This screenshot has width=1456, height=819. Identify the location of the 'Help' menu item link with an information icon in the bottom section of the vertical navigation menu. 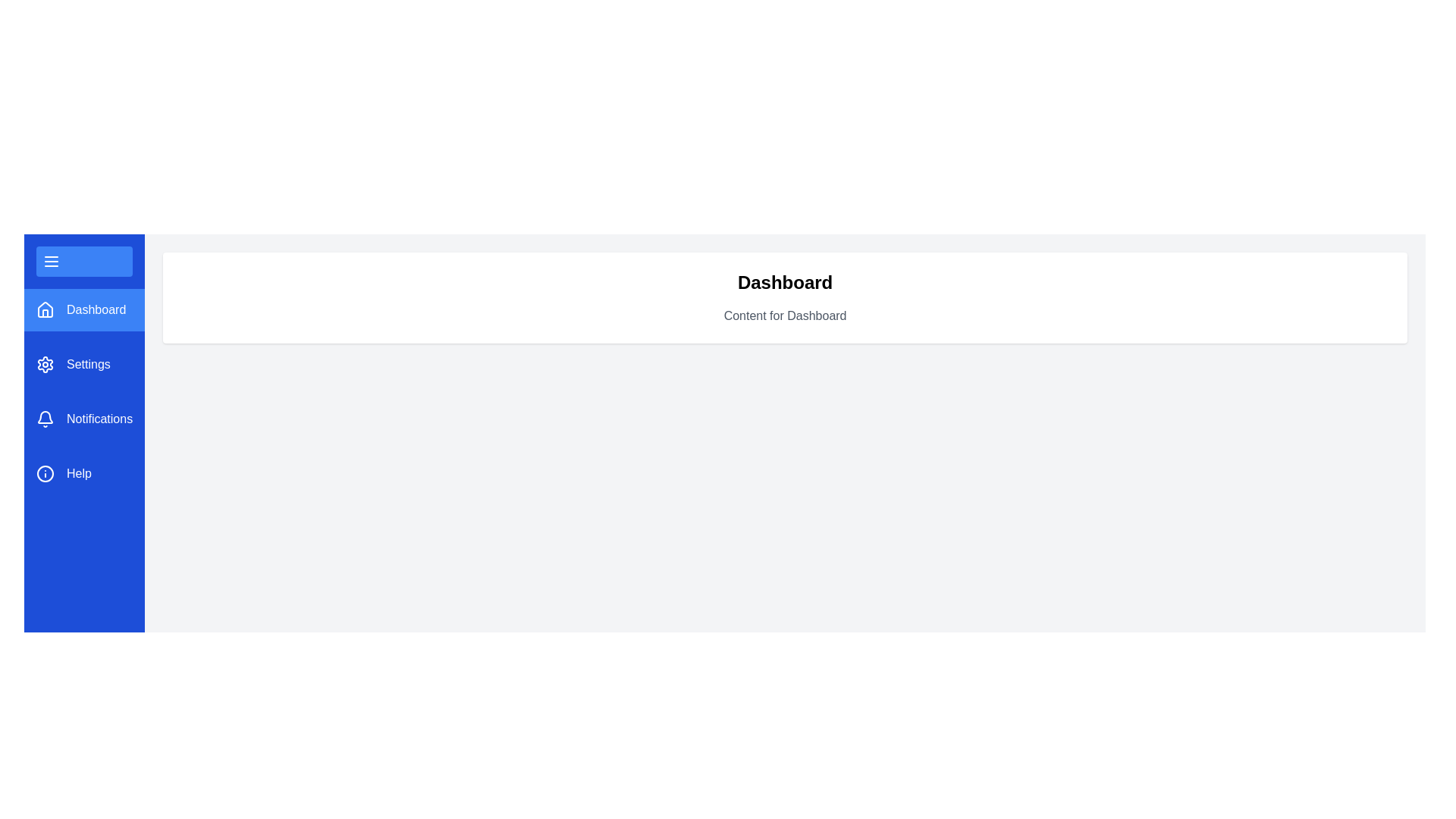
(83, 472).